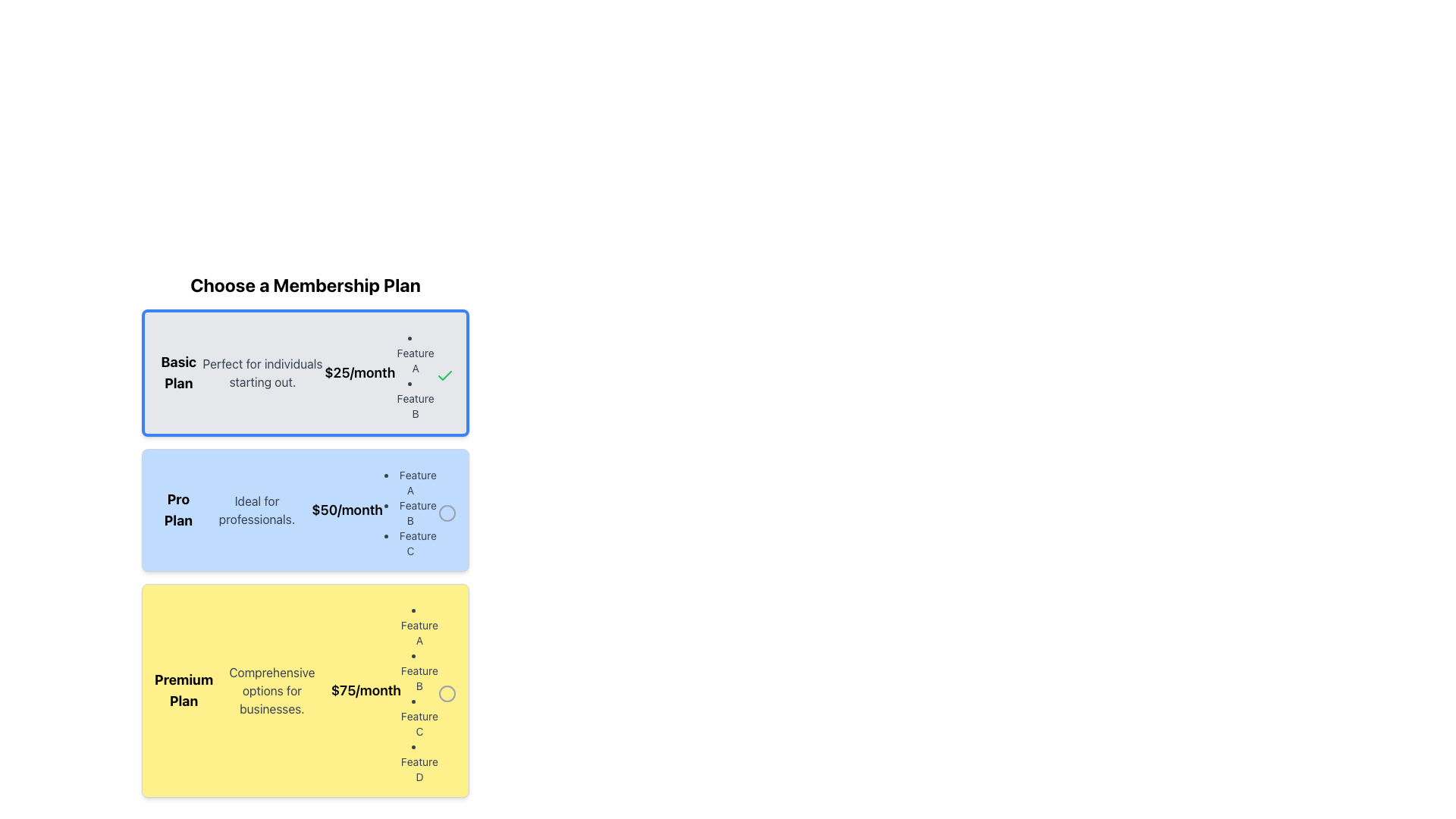 This screenshot has height=819, width=1456. Describe the element at coordinates (359, 373) in the screenshot. I see `text label displaying '$25/month' in bold, large font, which indicates a highlighted price point for the 'Basic Plan' offering` at that location.